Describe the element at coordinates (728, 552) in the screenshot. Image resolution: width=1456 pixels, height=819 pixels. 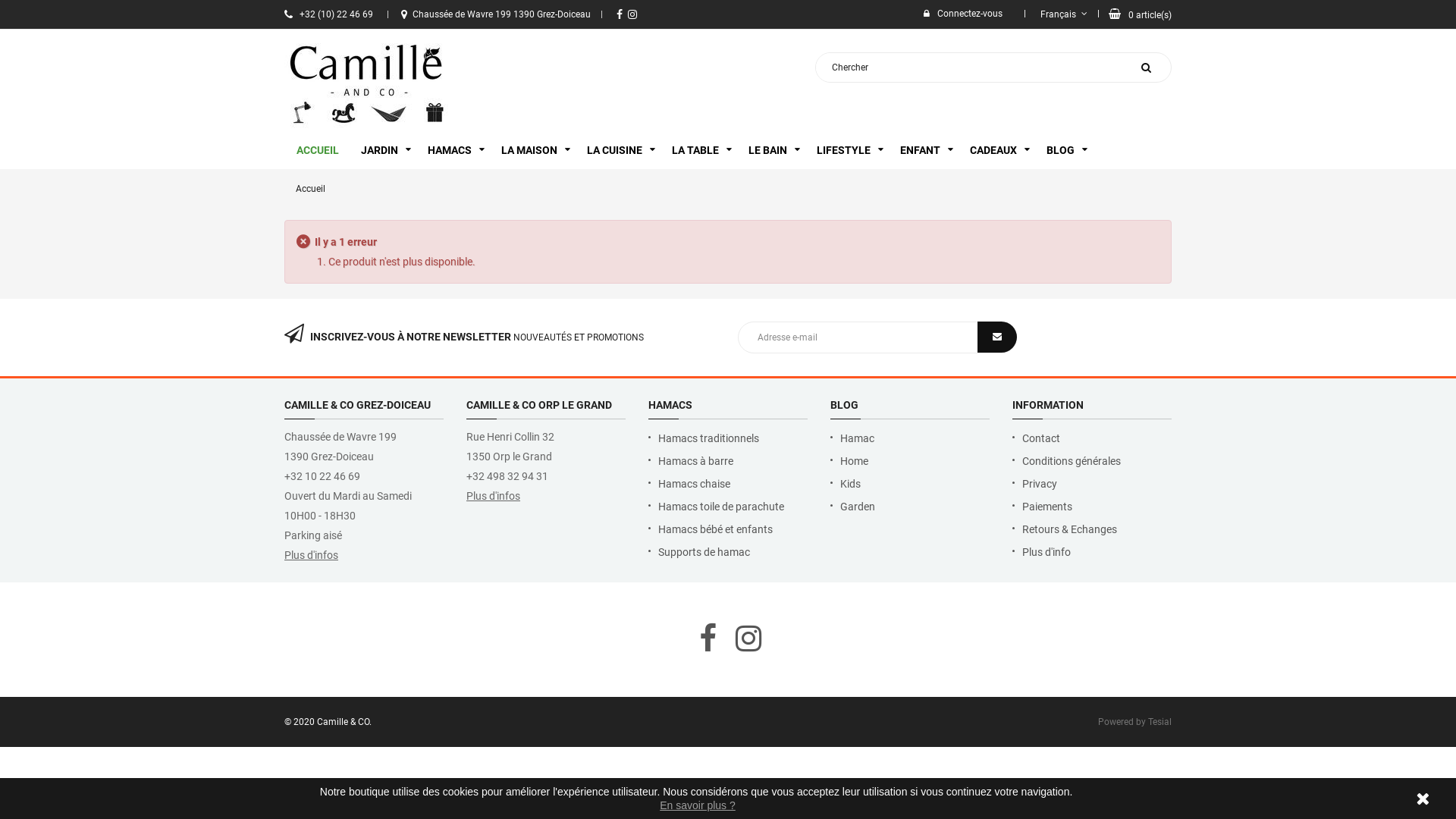
I see `'Supports de hamac'` at that location.